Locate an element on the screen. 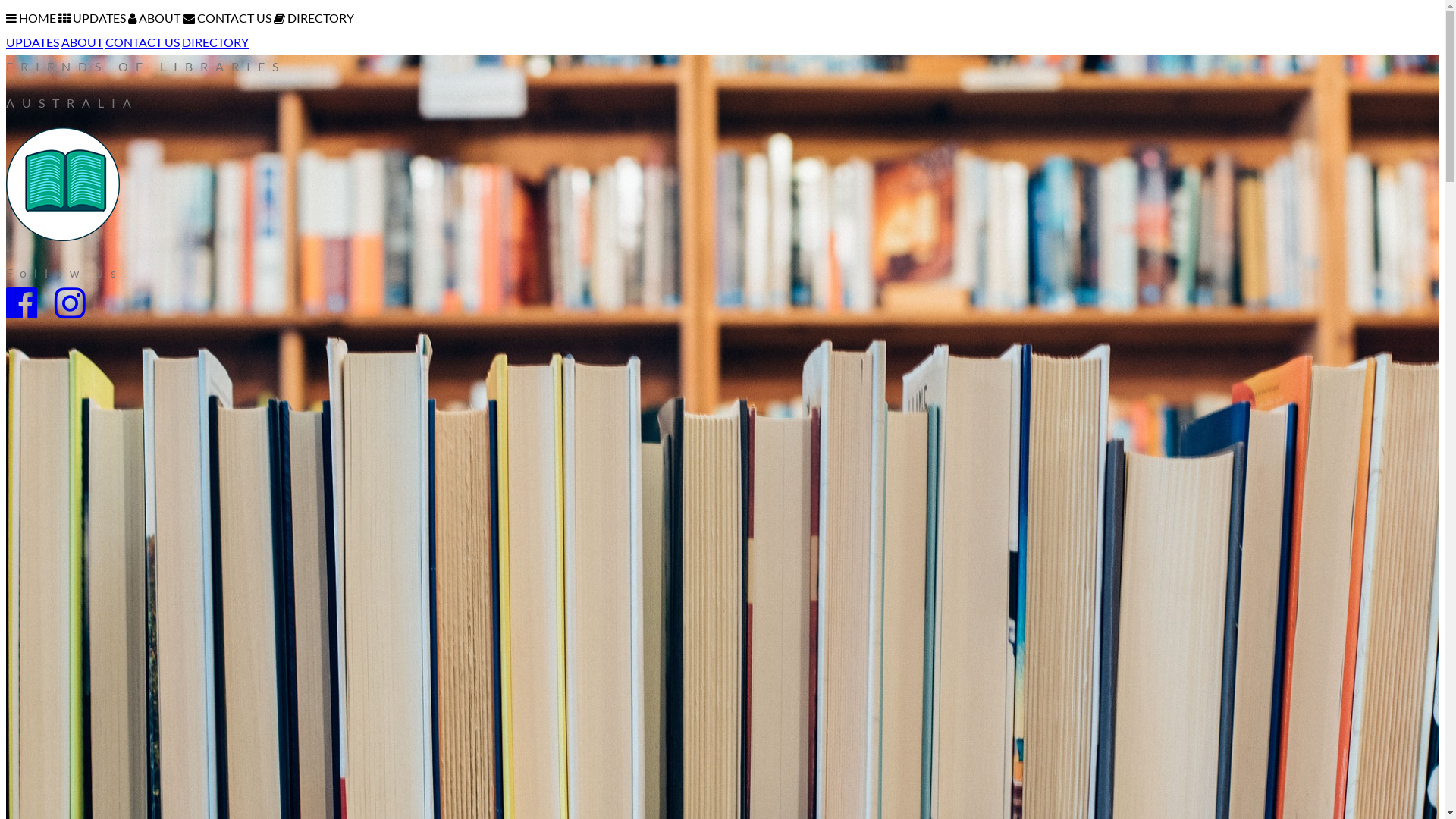  'UPDATES' is located at coordinates (91, 17).